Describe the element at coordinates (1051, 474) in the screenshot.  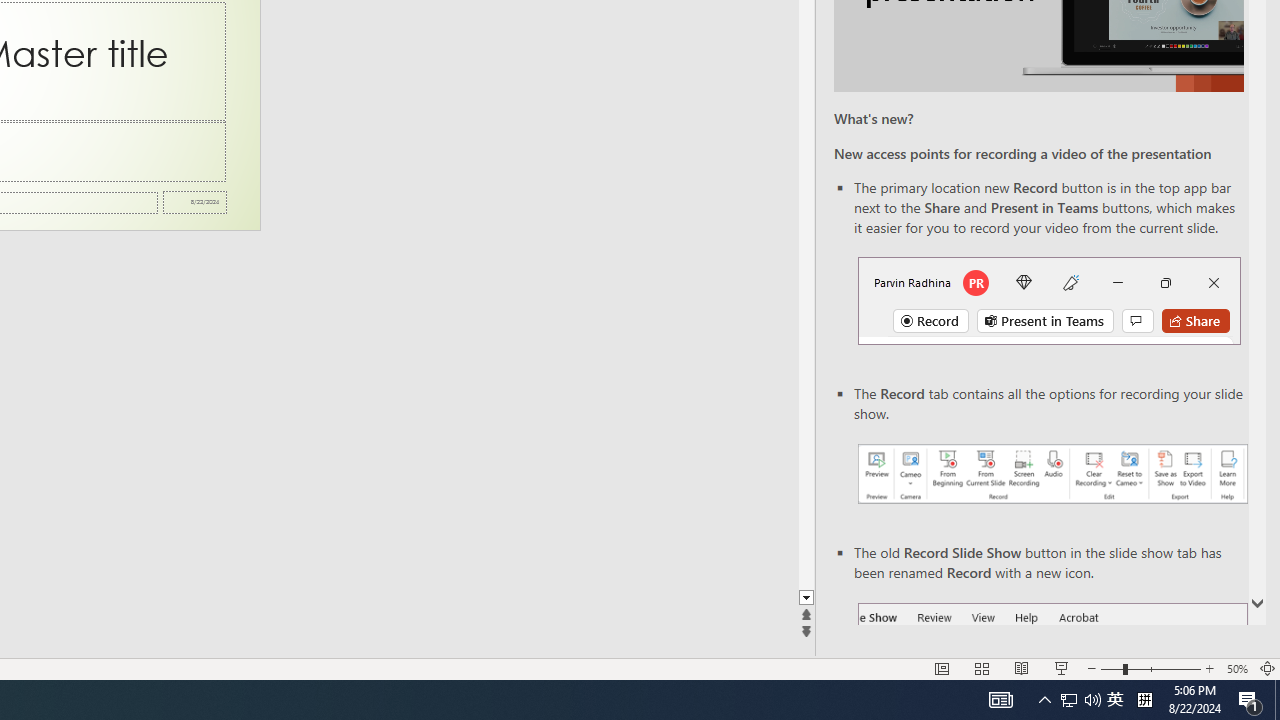
I see `'Record your presentations screenshot one'` at that location.